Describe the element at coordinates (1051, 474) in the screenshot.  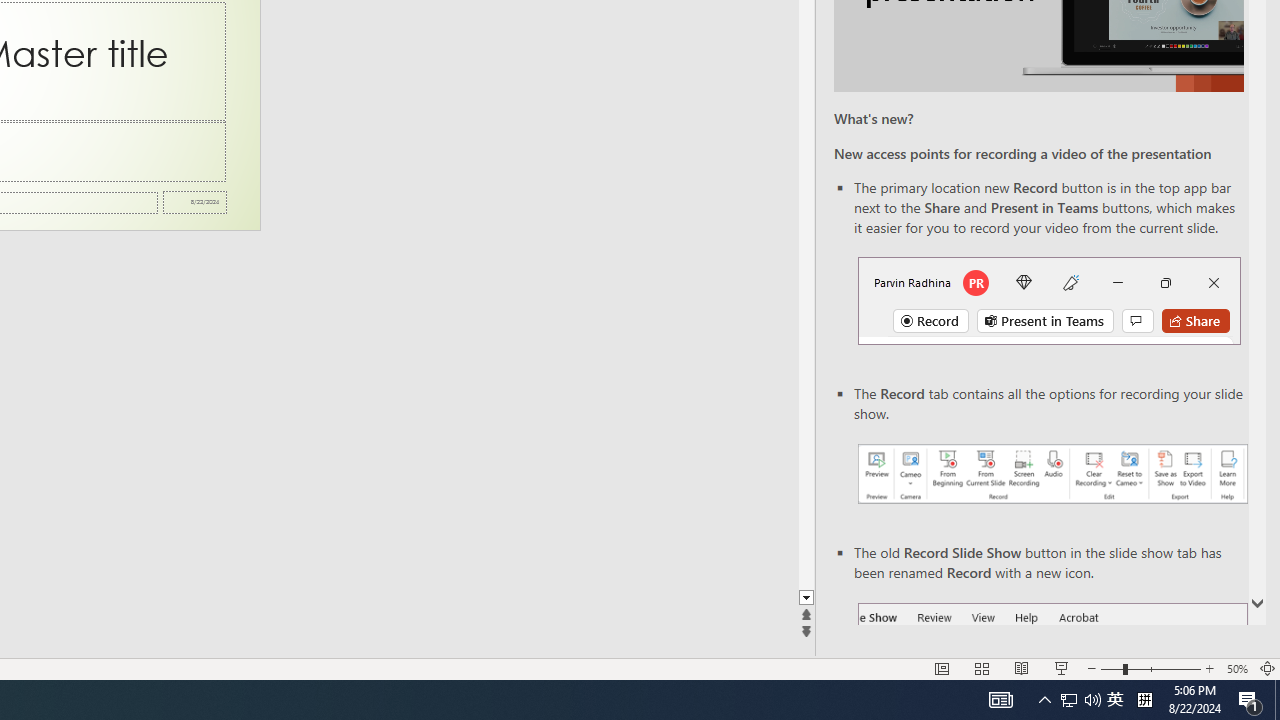
I see `'Record your presentations screenshot one'` at that location.